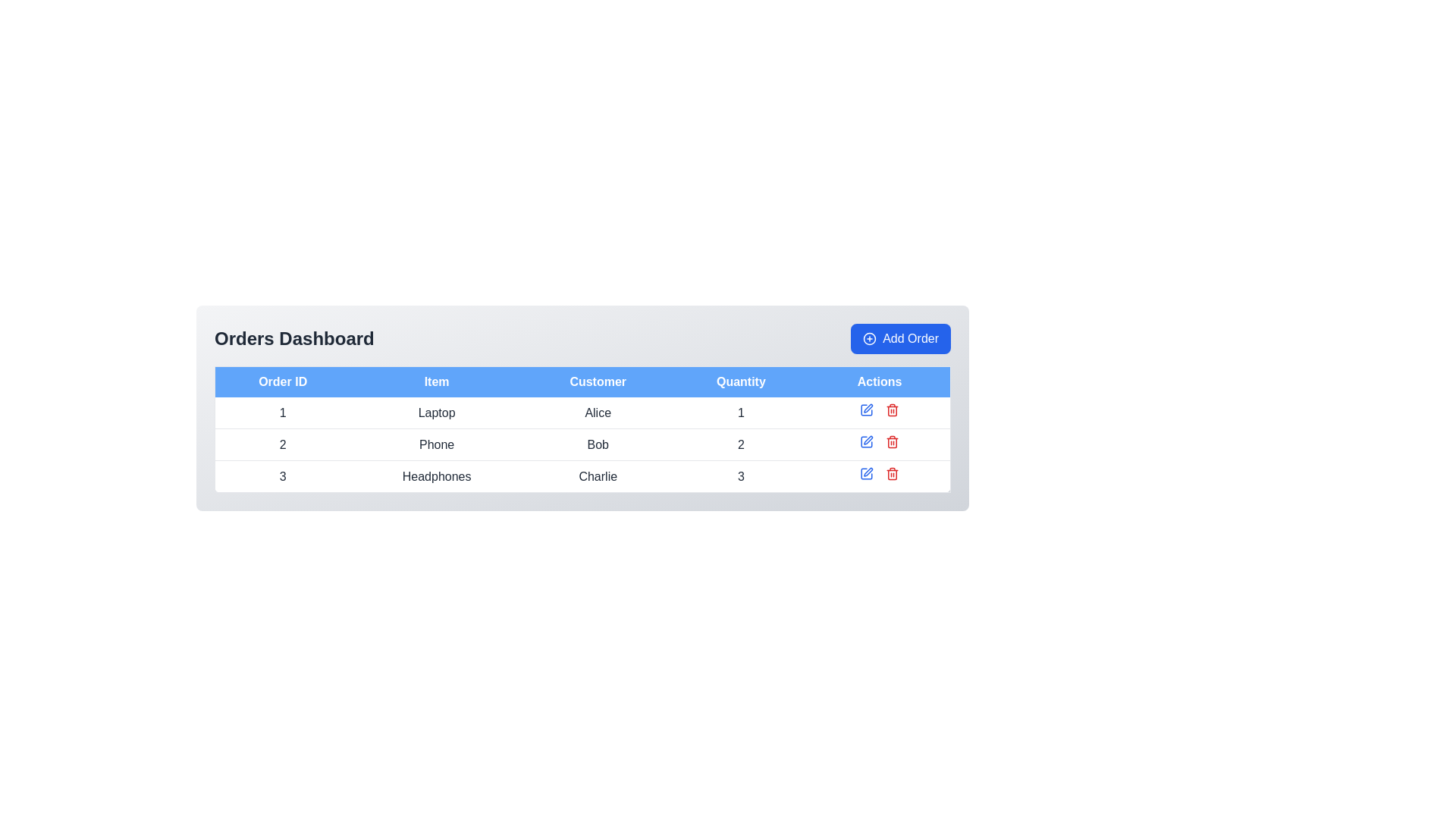 Image resolution: width=1456 pixels, height=819 pixels. What do you see at coordinates (282, 444) in the screenshot?
I see `the static identifier Text block for the order in the table located in the first column of the second row under the 'Order ID' label` at bounding box center [282, 444].